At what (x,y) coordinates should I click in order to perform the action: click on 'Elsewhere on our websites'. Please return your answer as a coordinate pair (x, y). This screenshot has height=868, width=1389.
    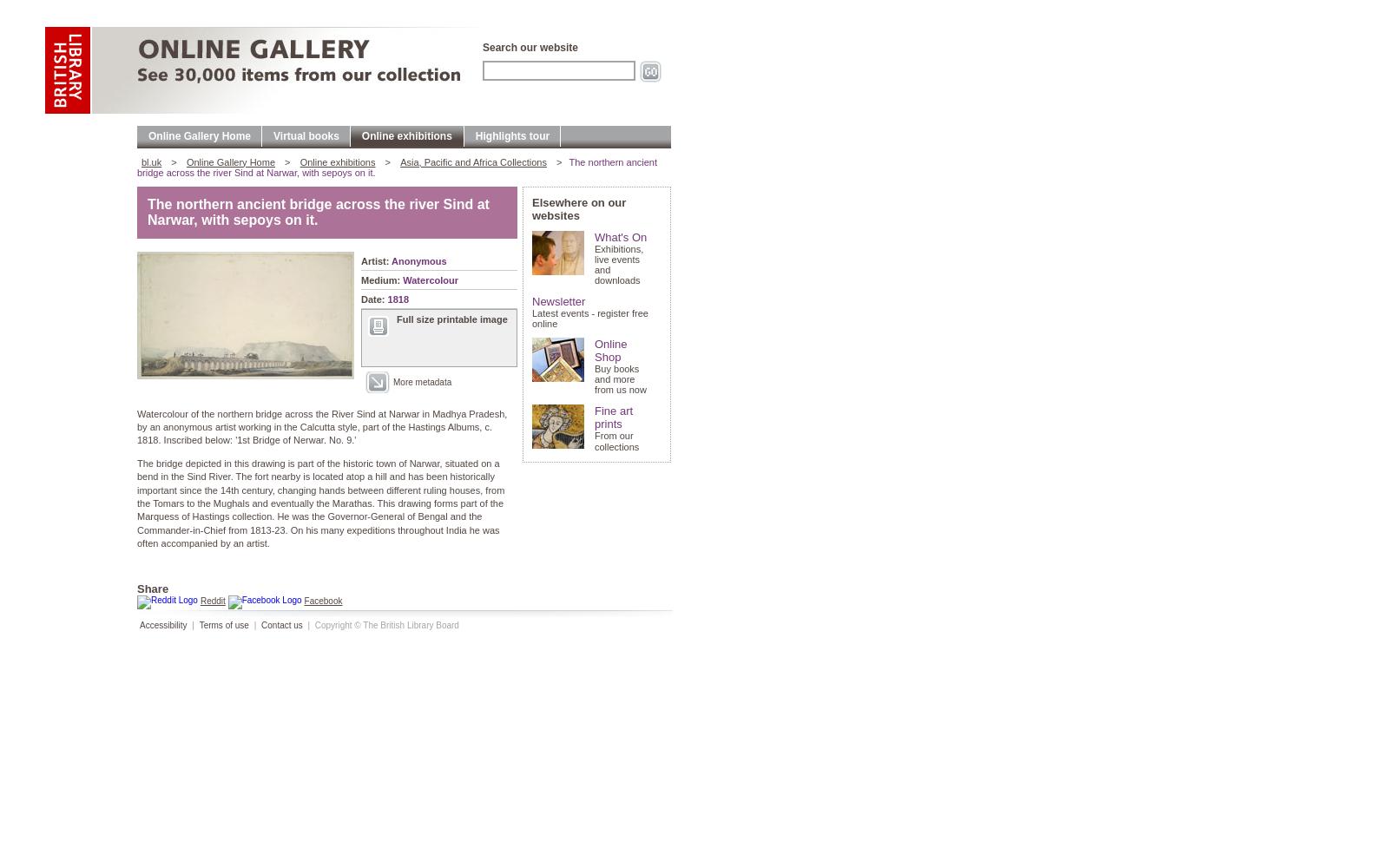
    Looking at the image, I should click on (579, 207).